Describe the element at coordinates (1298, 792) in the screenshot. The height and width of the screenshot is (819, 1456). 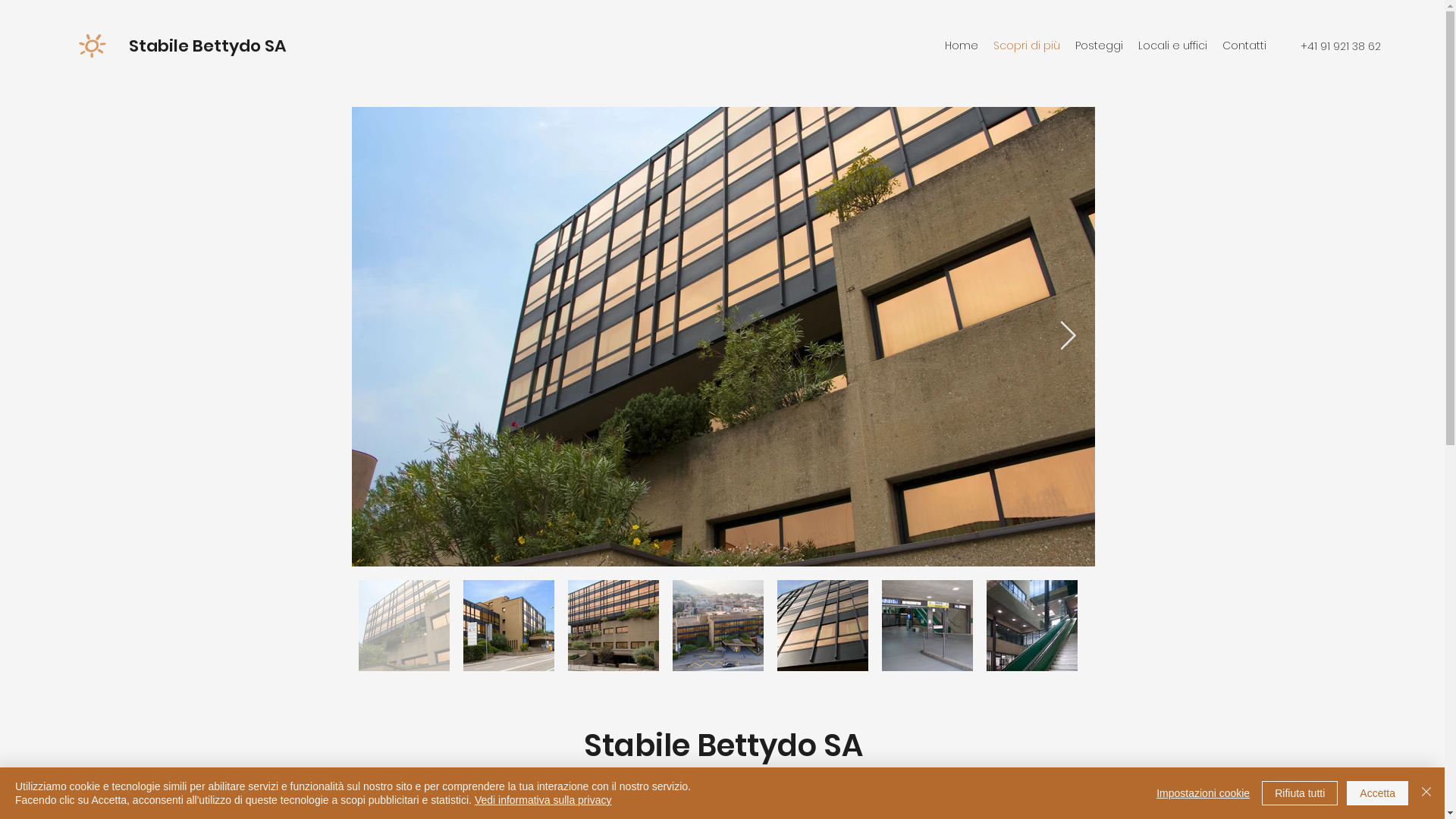
I see `'Rifiuta tutti'` at that location.